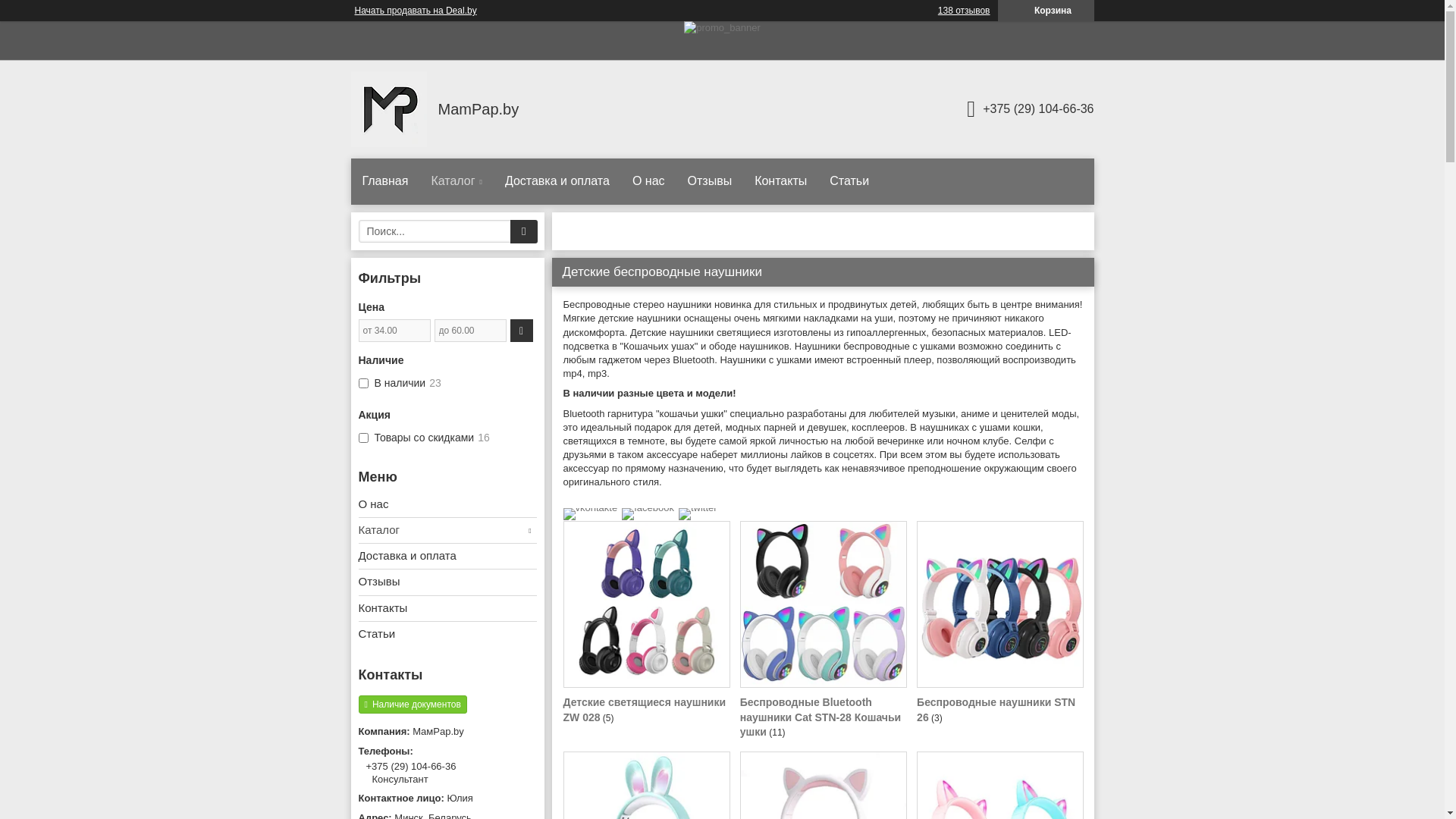 The image size is (1456, 819). What do you see at coordinates (697, 507) in the screenshot?
I see `'twitter'` at bounding box center [697, 507].